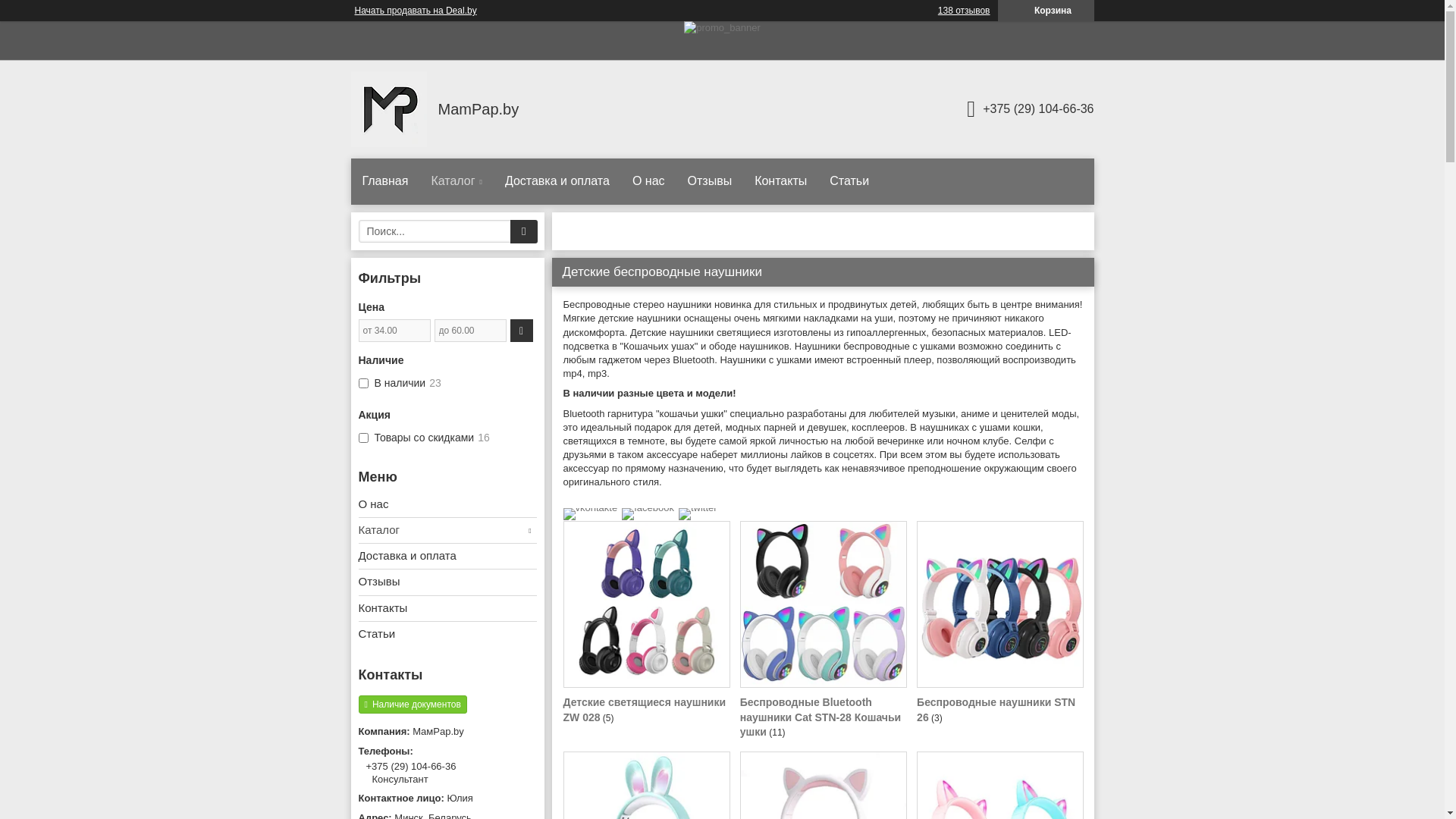 The image size is (1456, 819). What do you see at coordinates (697, 507) in the screenshot?
I see `'twitter'` at bounding box center [697, 507].